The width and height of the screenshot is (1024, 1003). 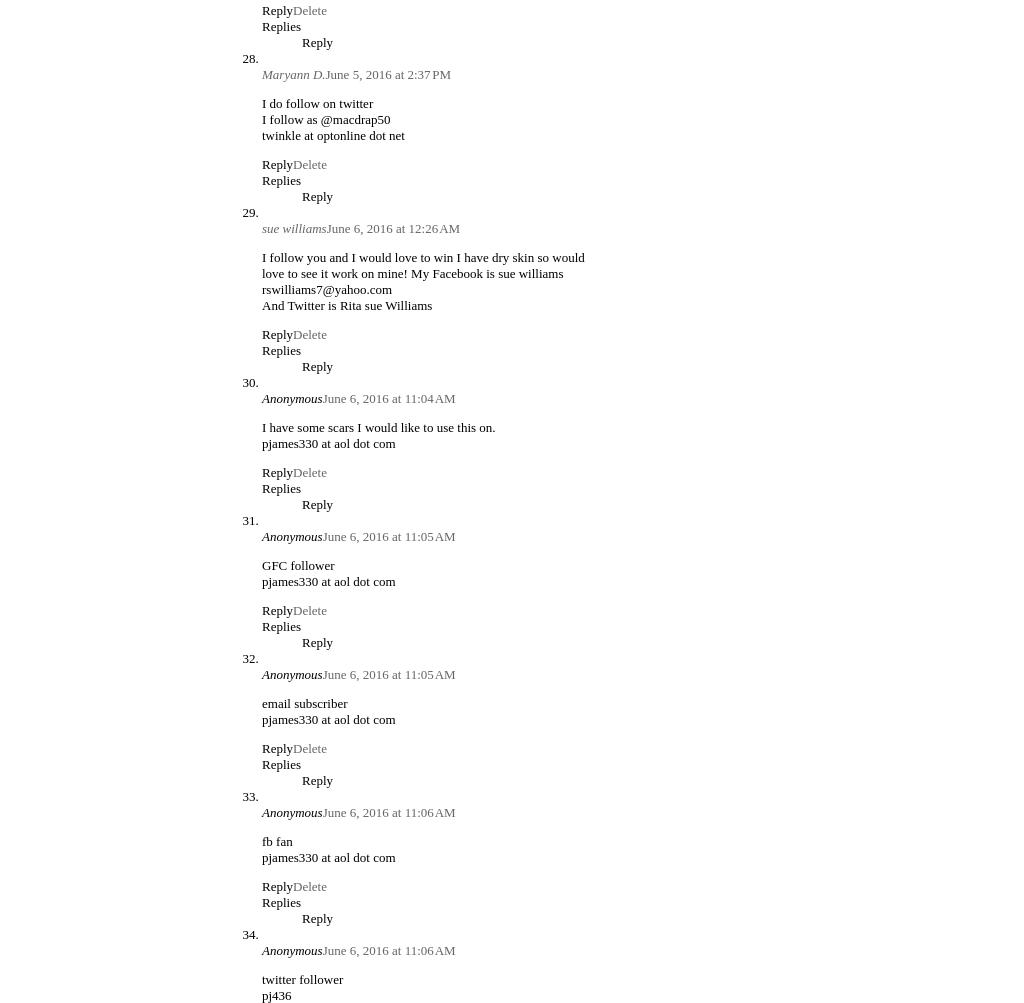 What do you see at coordinates (262, 993) in the screenshot?
I see `'pj436'` at bounding box center [262, 993].